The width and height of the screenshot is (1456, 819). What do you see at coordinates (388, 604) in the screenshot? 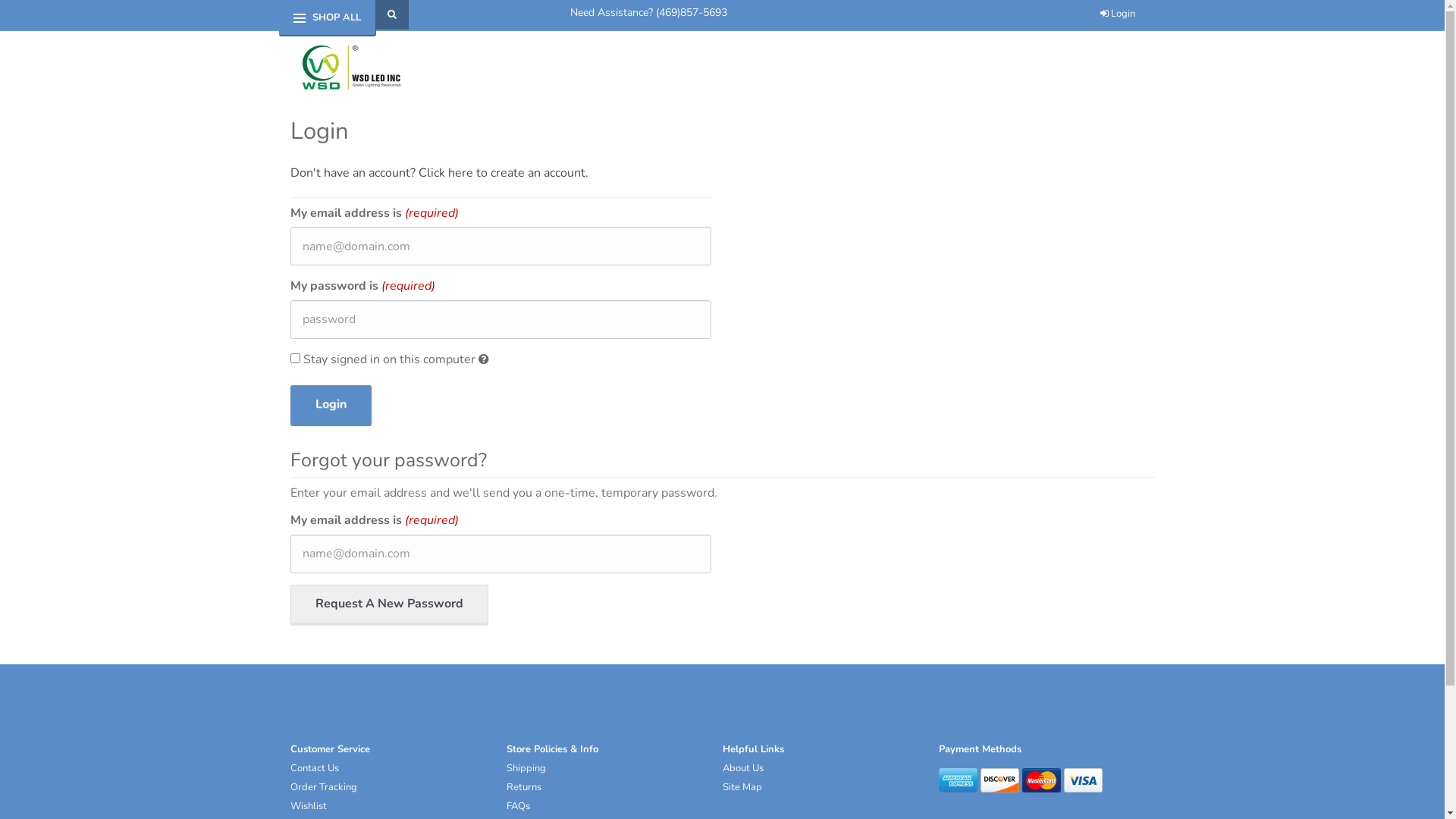
I see `'Request A New Password'` at bounding box center [388, 604].